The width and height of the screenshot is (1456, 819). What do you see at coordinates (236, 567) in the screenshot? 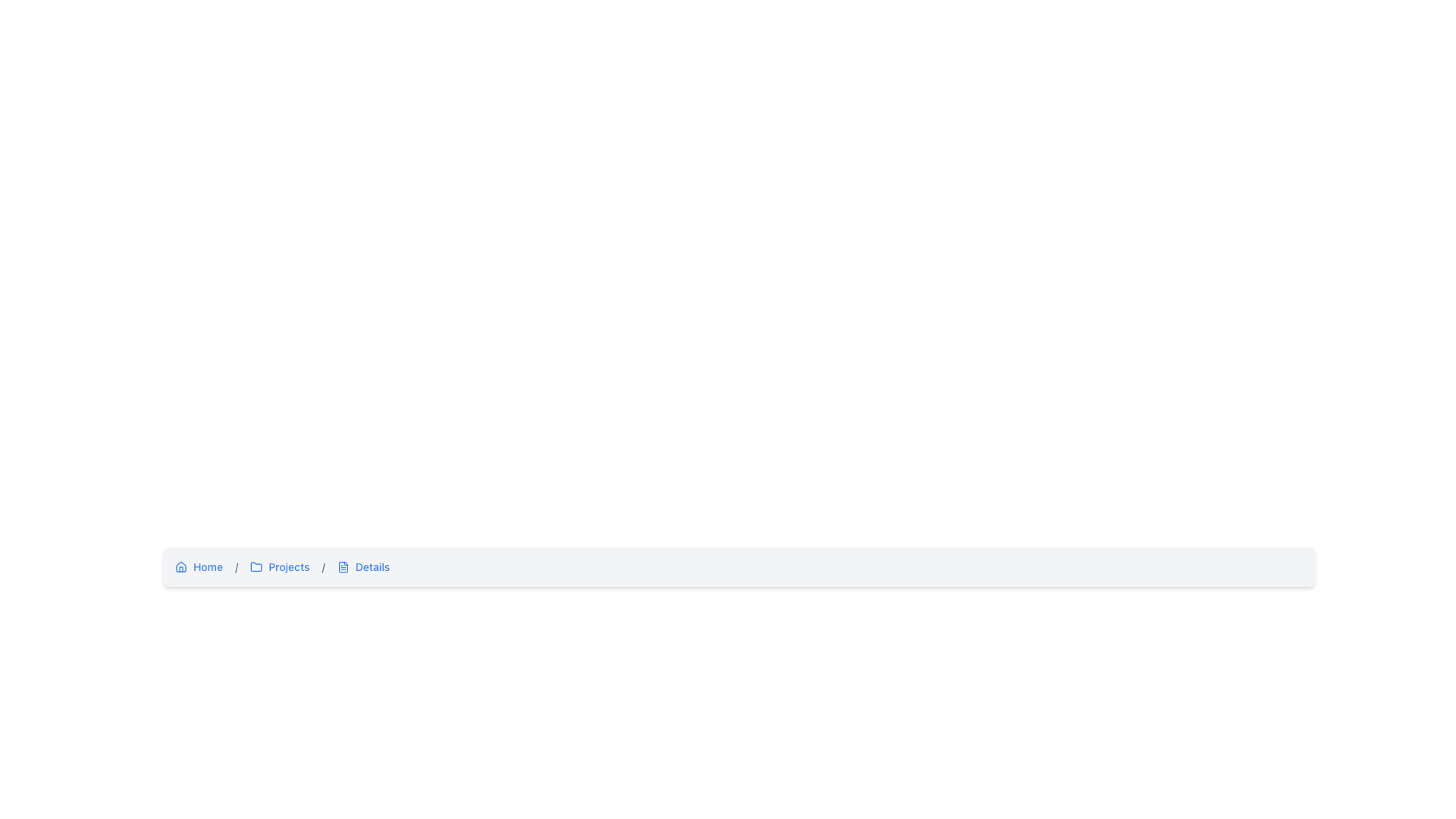
I see `the small gray forward slash ('/') text element that serves as a separator in the breadcrumb navigation bar, located between 'Home' and 'Projects'` at bounding box center [236, 567].